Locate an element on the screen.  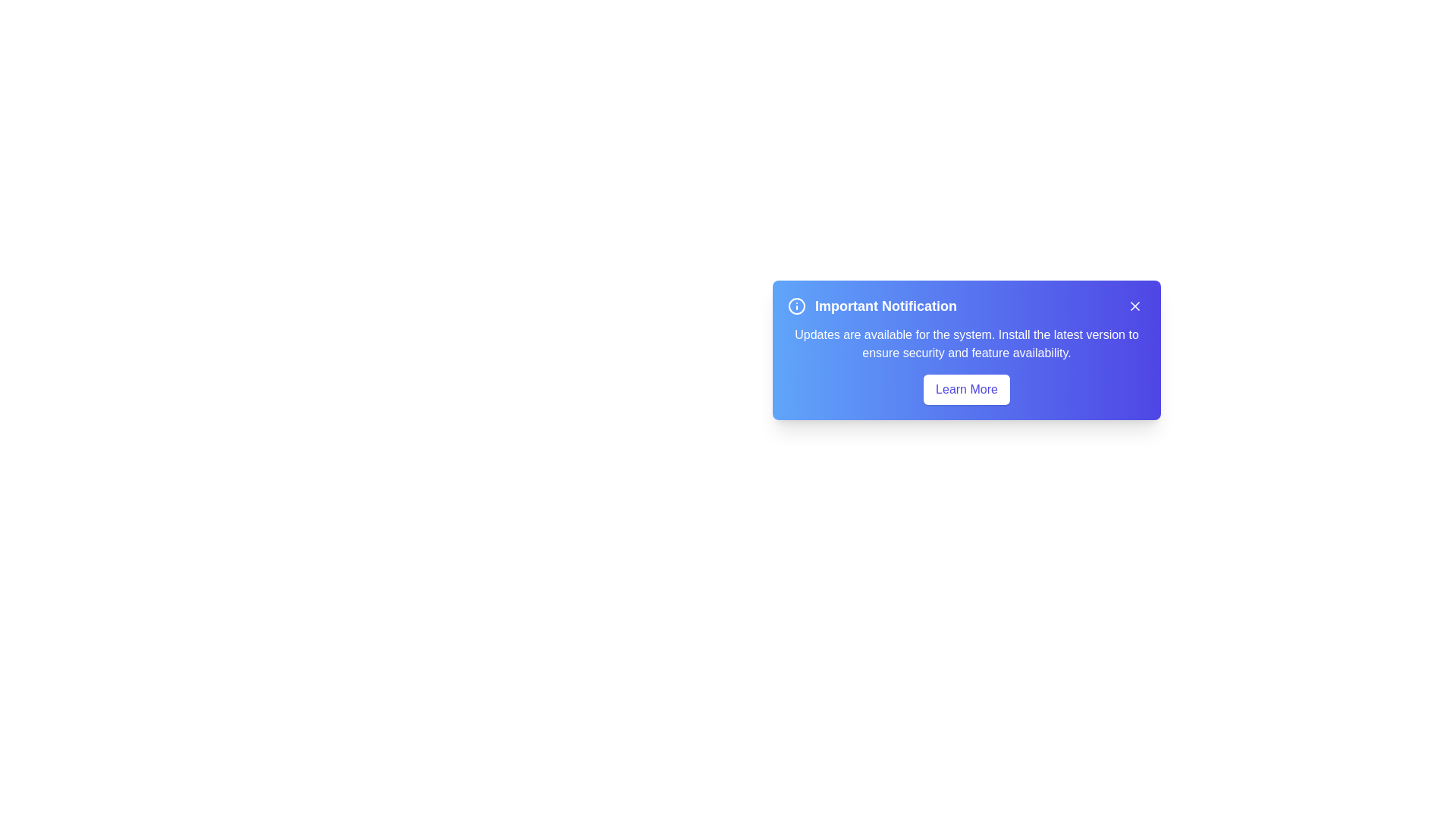
the specified interactive element: learn_more_button is located at coordinates (966, 388).